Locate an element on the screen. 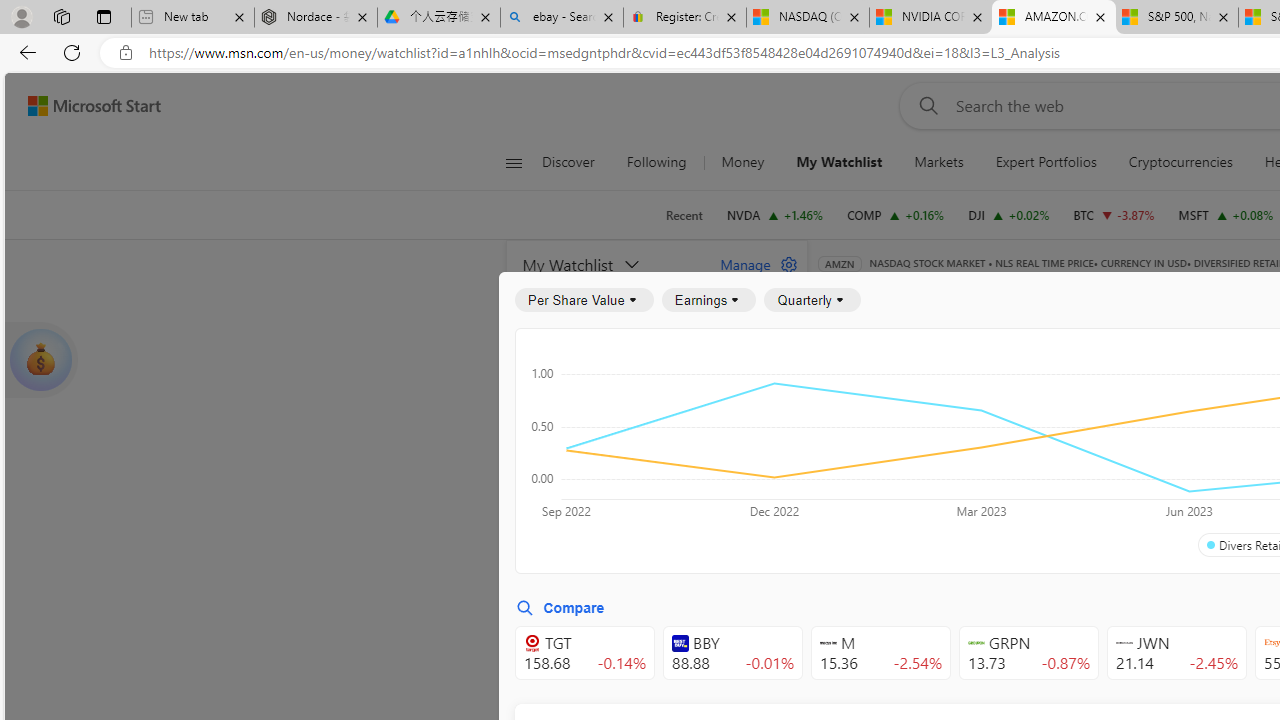 Image resolution: width=1280 pixels, height=720 pixels. 'My Watchlist' is located at coordinates (839, 162).